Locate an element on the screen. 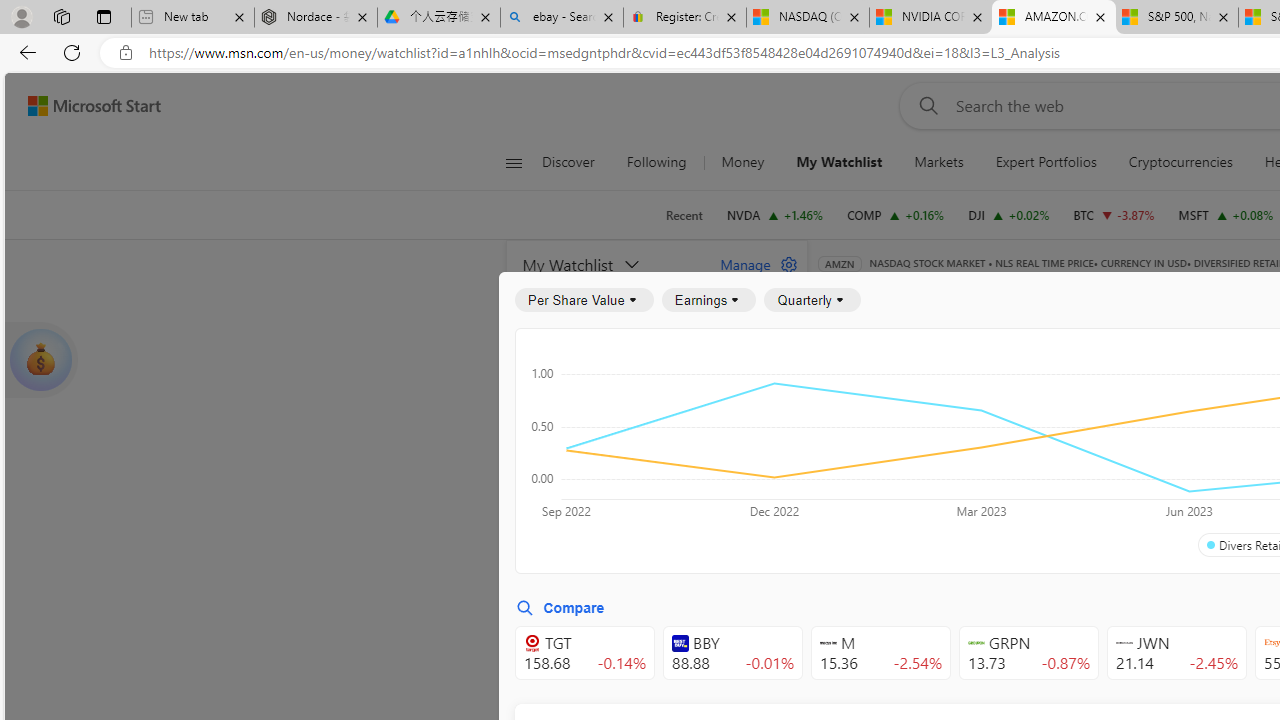 Image resolution: width=1280 pixels, height=720 pixels. 'My Watchlist' is located at coordinates (839, 162).